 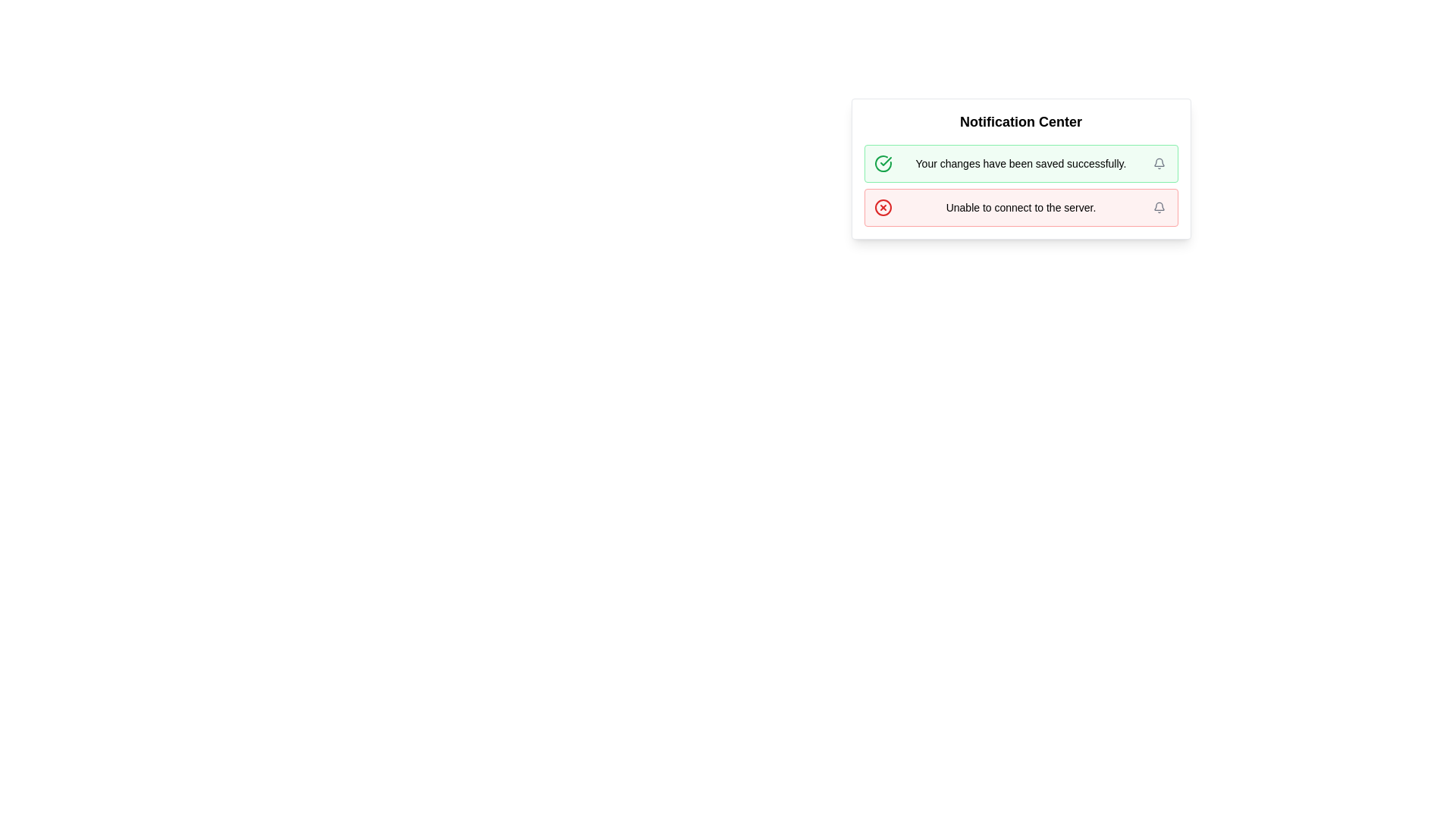 What do you see at coordinates (1021, 164) in the screenshot?
I see `the notification message text area located in the 'Notification Center' widget, which indicates that changes were successfully saved` at bounding box center [1021, 164].